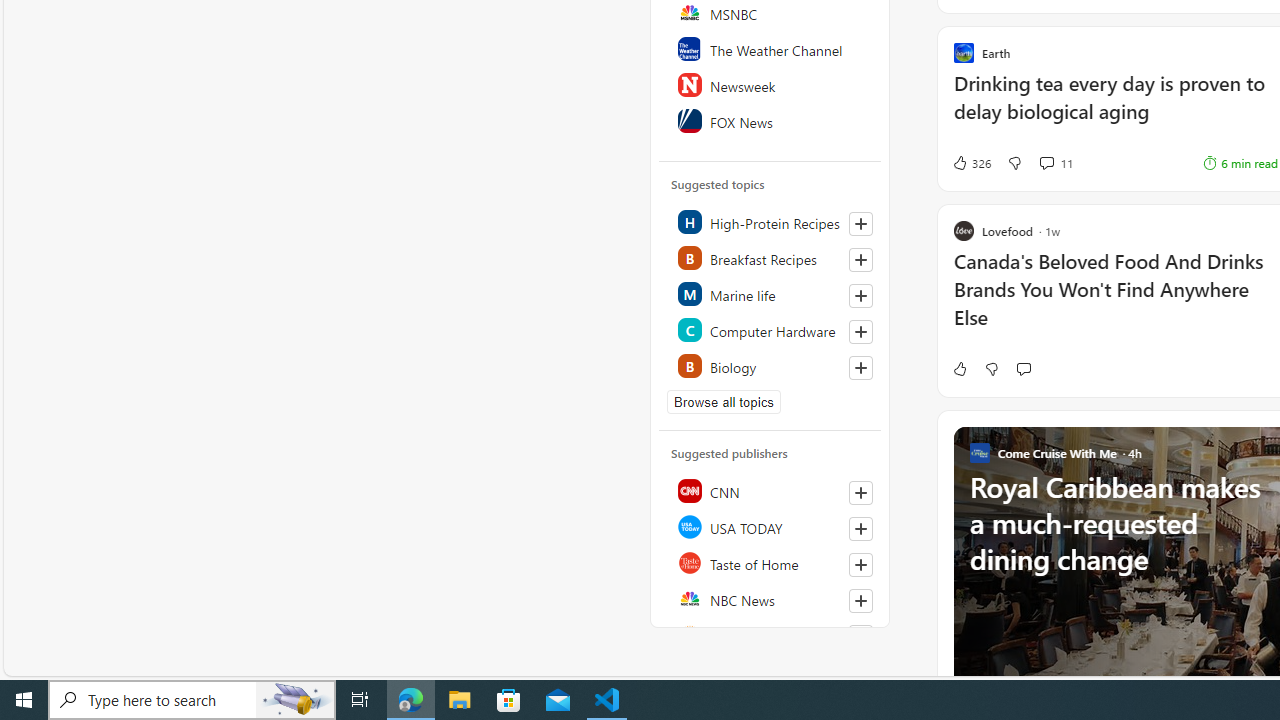 This screenshot has height=720, width=1280. I want to click on 'Reuters', so click(770, 635).